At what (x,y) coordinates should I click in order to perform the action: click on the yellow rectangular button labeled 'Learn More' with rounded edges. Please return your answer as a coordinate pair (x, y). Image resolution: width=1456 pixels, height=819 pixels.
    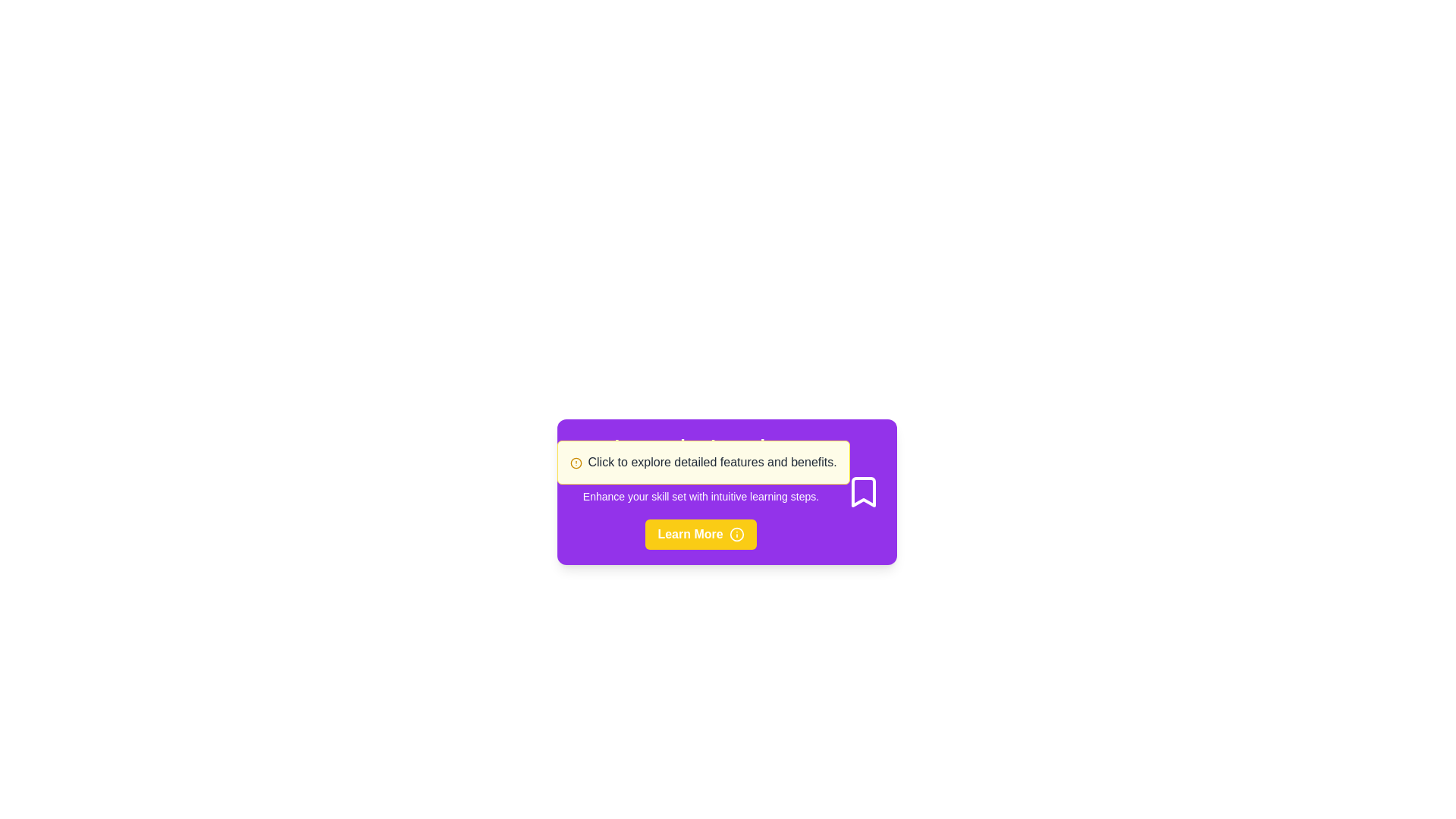
    Looking at the image, I should click on (700, 534).